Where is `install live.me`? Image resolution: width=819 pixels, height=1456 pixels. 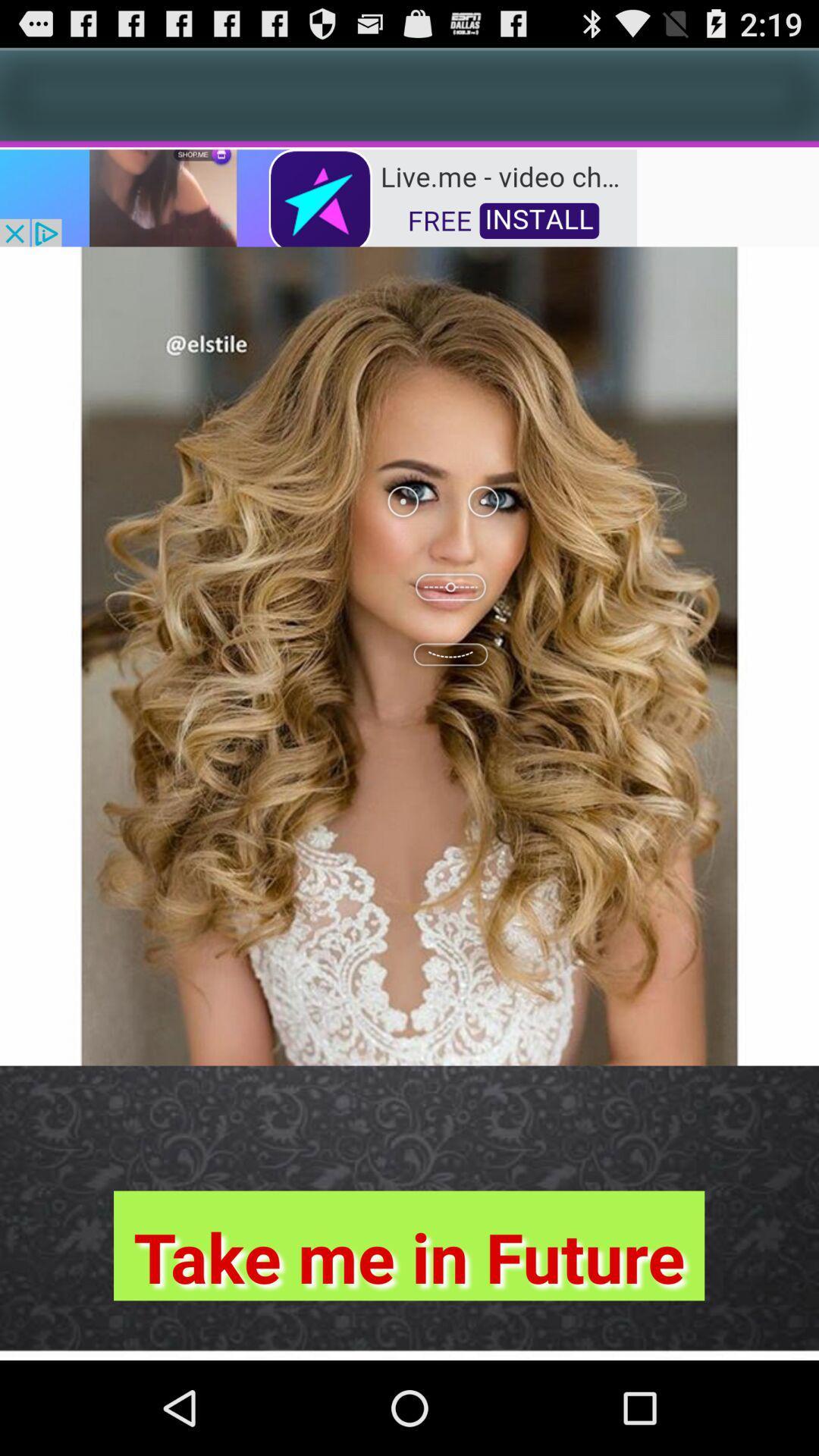
install live.me is located at coordinates (318, 196).